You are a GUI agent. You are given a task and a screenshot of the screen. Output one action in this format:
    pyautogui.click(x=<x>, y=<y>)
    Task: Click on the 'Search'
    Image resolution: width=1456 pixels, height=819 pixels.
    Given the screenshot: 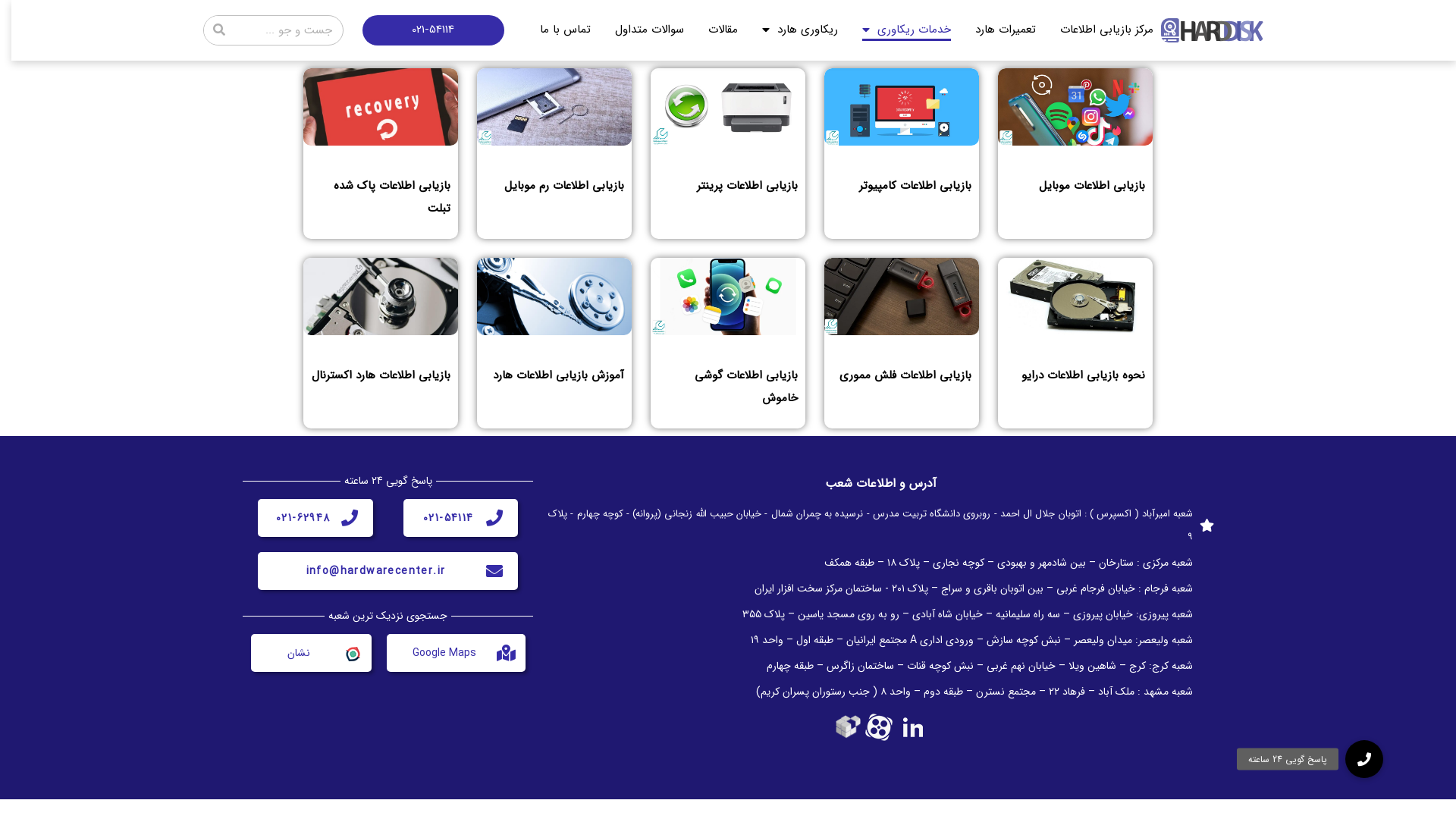 What is the action you would take?
    pyautogui.click(x=233, y=30)
    